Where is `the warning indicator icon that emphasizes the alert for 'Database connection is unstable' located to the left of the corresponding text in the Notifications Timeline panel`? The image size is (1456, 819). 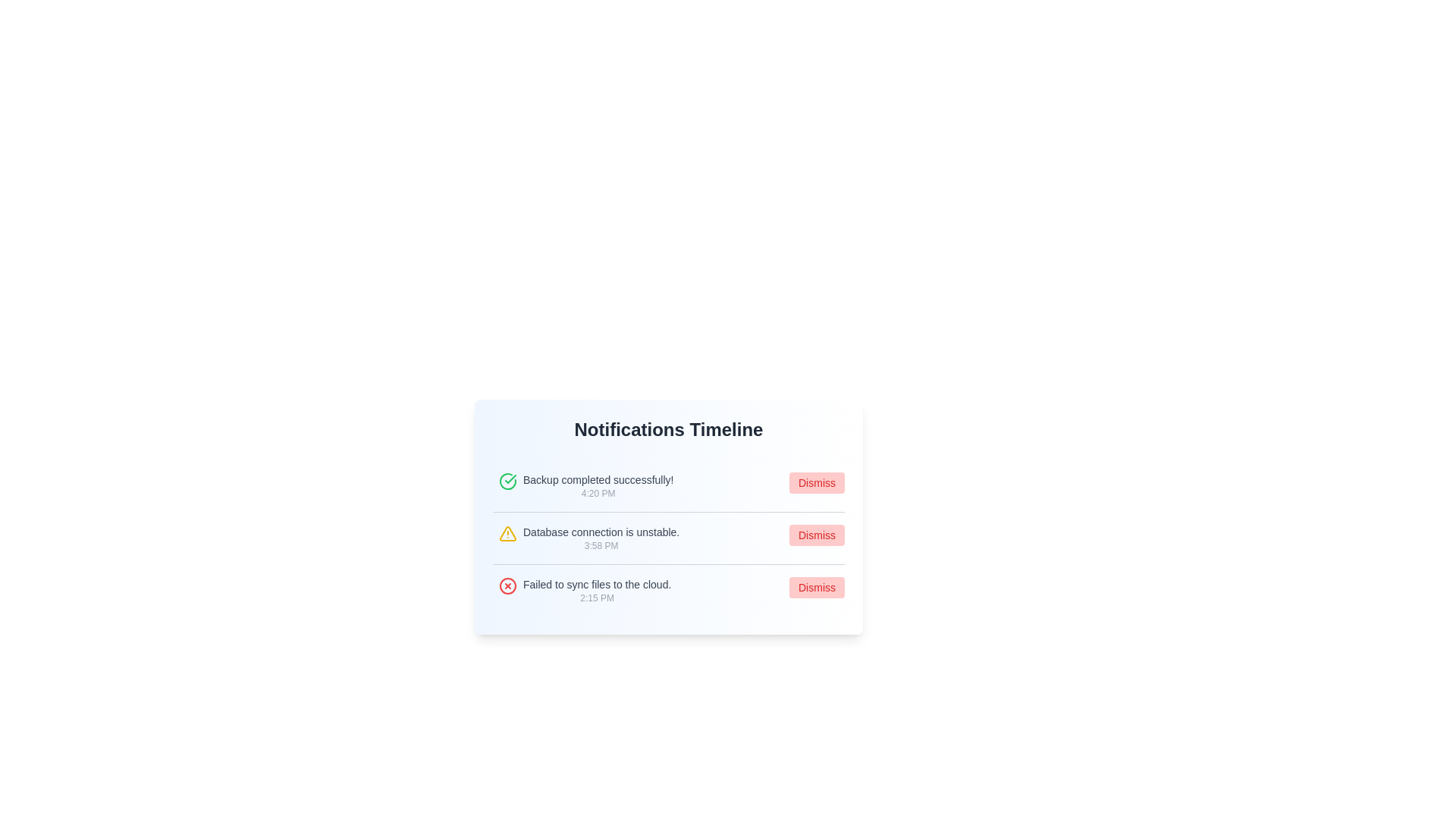 the warning indicator icon that emphasizes the alert for 'Database connection is unstable' located to the left of the corresponding text in the Notifications Timeline panel is located at coordinates (508, 532).